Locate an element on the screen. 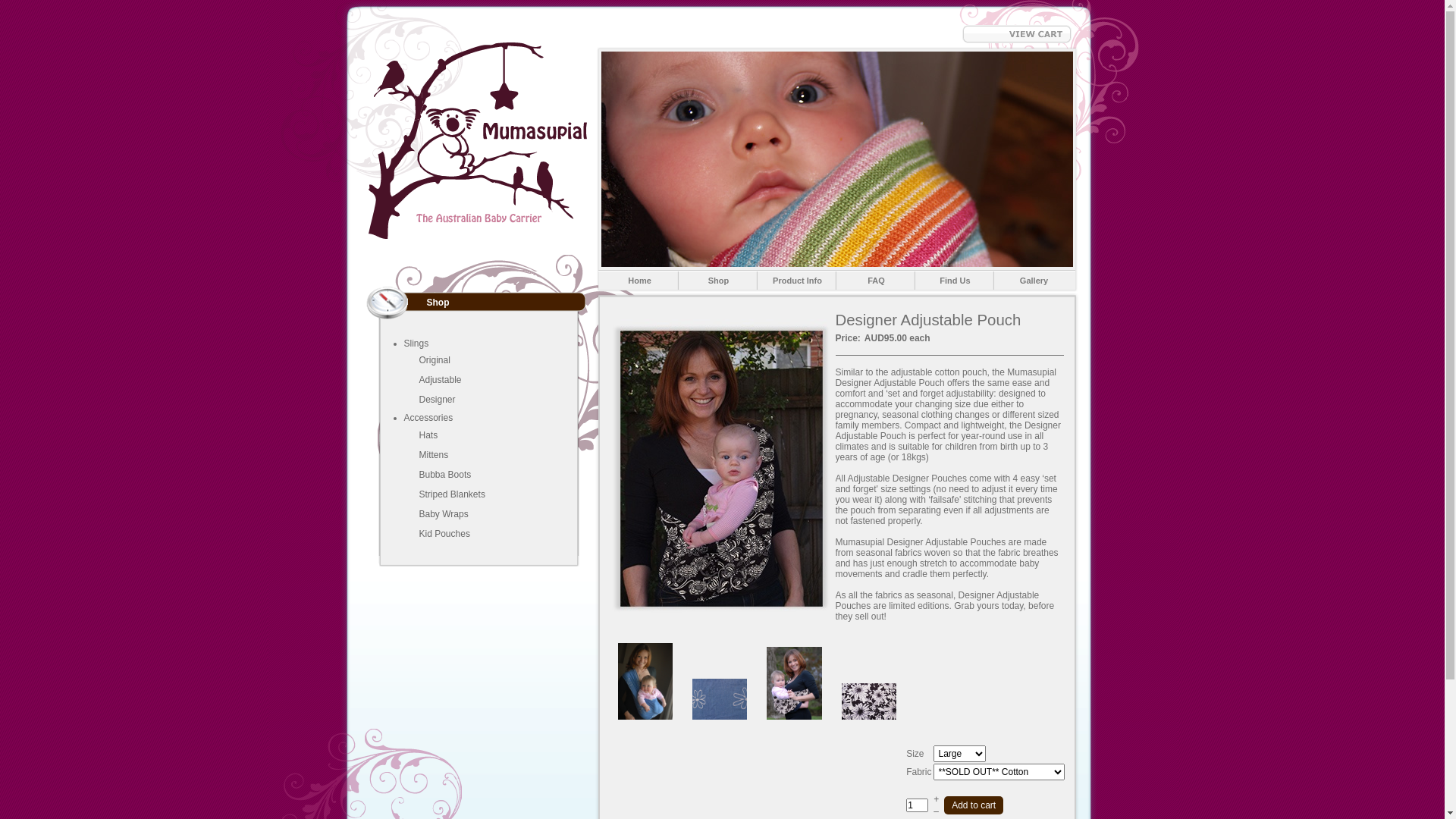  'Adjustable' is located at coordinates (419, 379).